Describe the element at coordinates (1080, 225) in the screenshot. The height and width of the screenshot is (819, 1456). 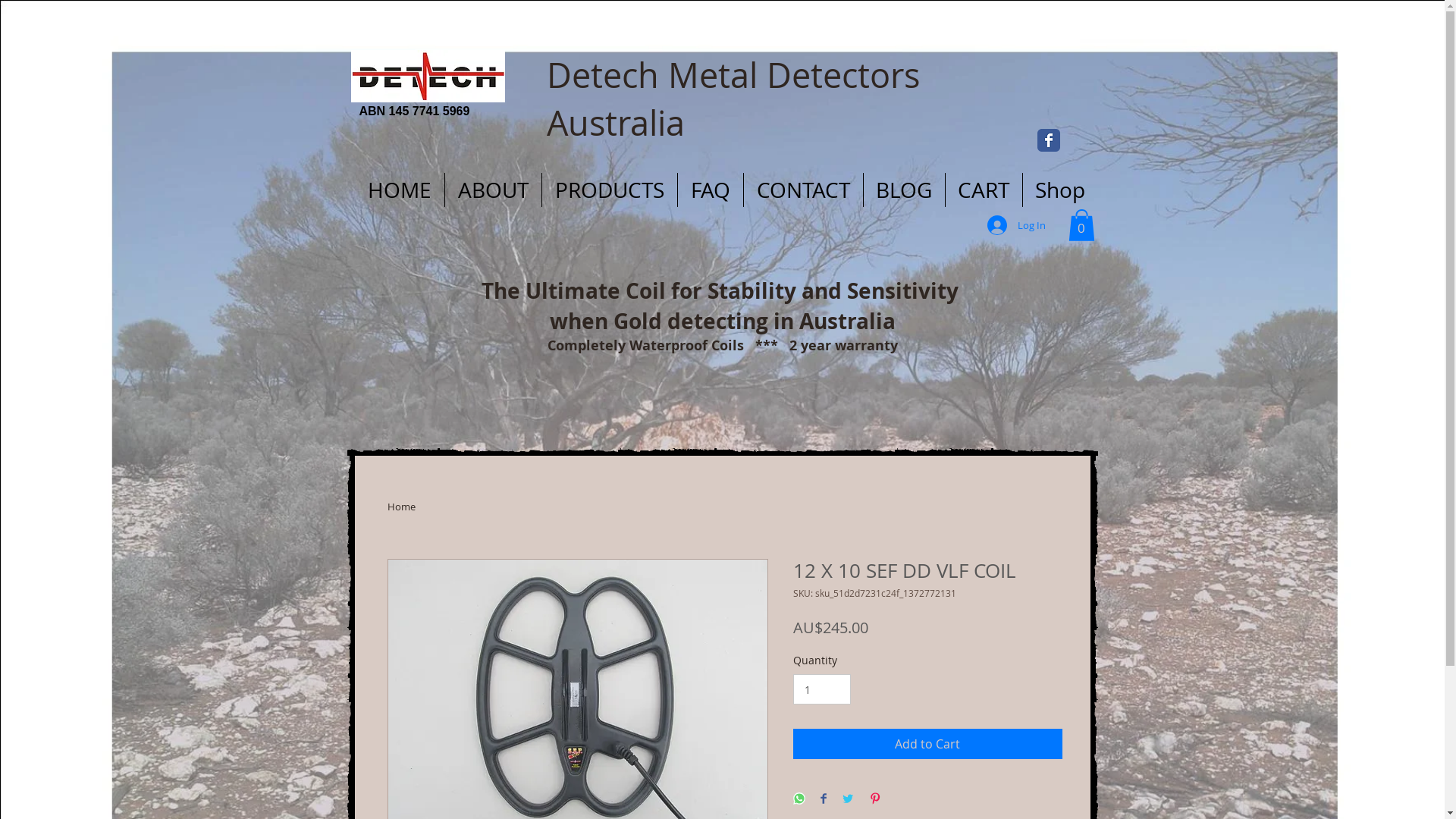
I see `'0'` at that location.